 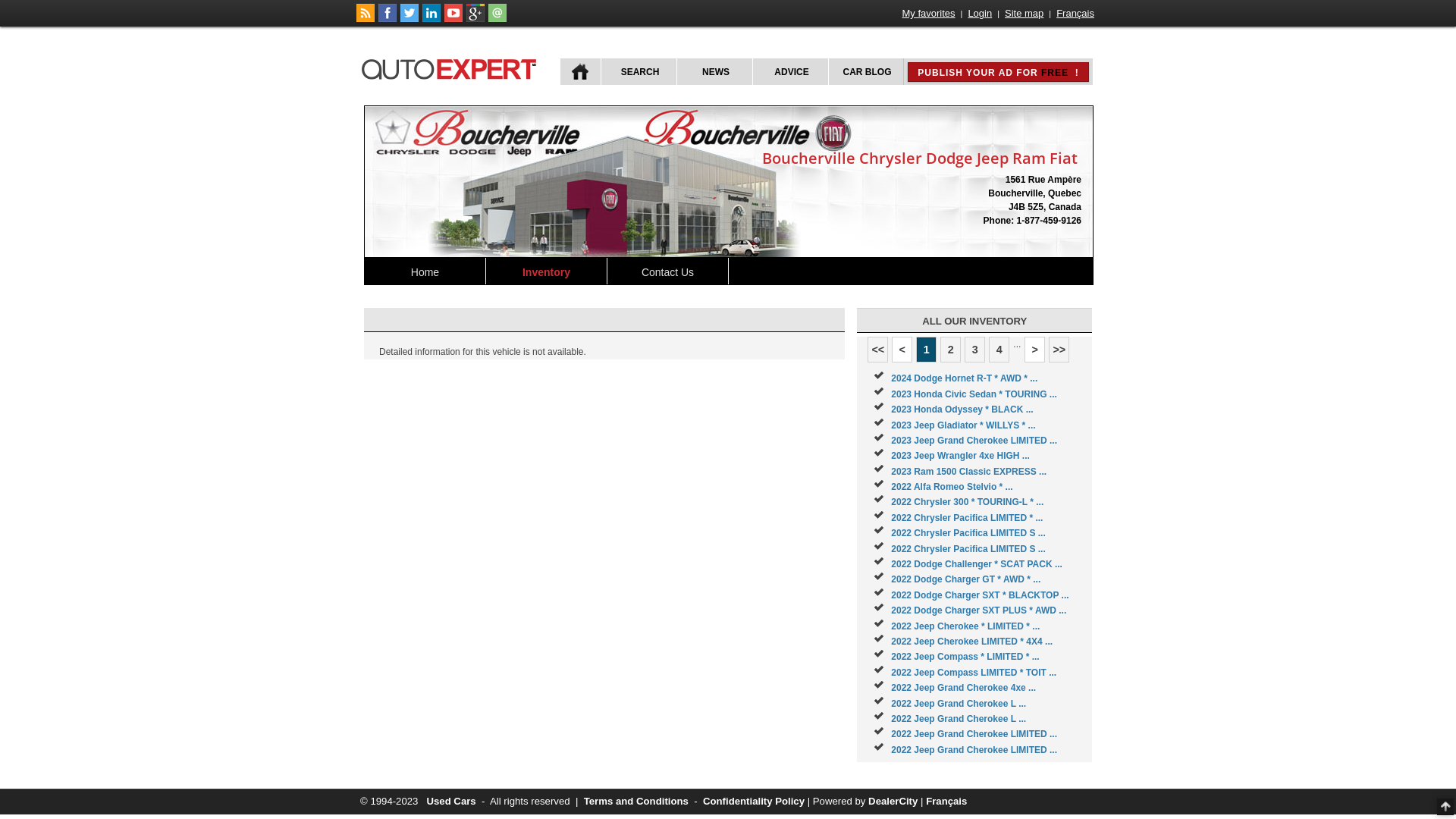 I want to click on '4', so click(x=999, y=350).